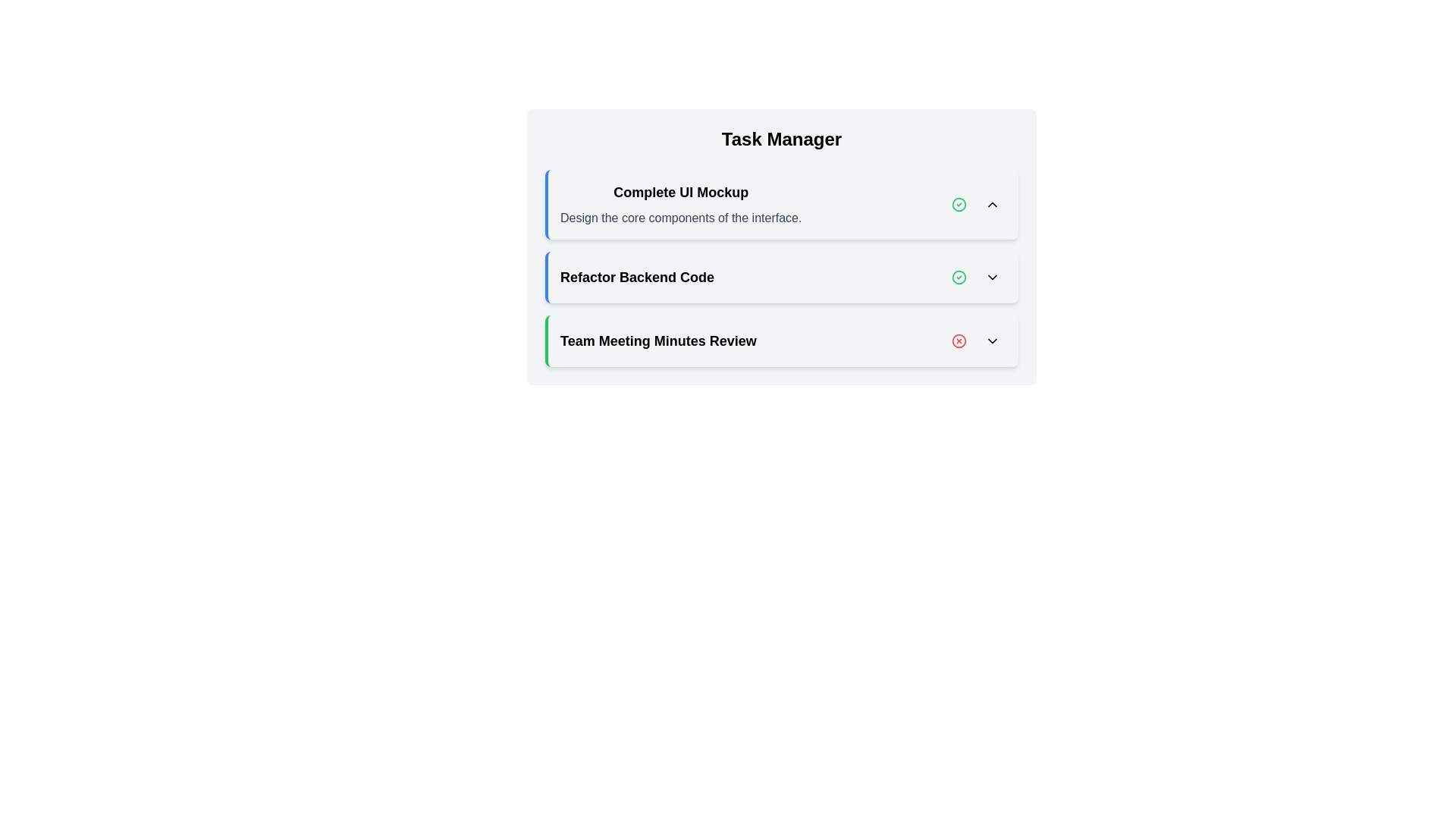 This screenshot has width=1456, height=819. Describe the element at coordinates (680, 205) in the screenshot. I see `the Informational Text Block titled 'Complete UI Mockup' to read its content, which includes a description in smaller gray text` at that location.